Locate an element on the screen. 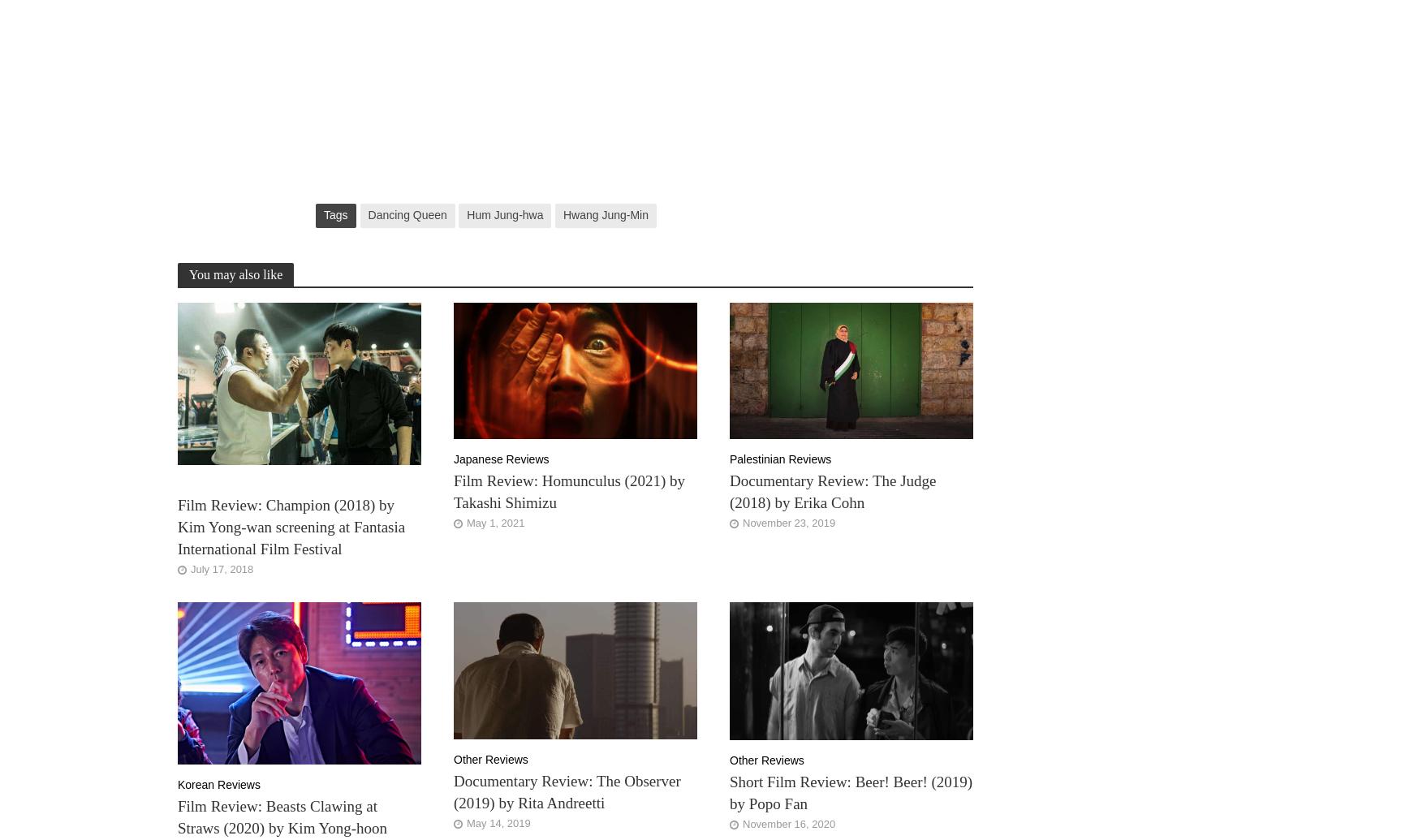 This screenshot has width=1427, height=840. 'Short Film Review: Beer! Beer! (2019) by Popo Fan' is located at coordinates (730, 792).